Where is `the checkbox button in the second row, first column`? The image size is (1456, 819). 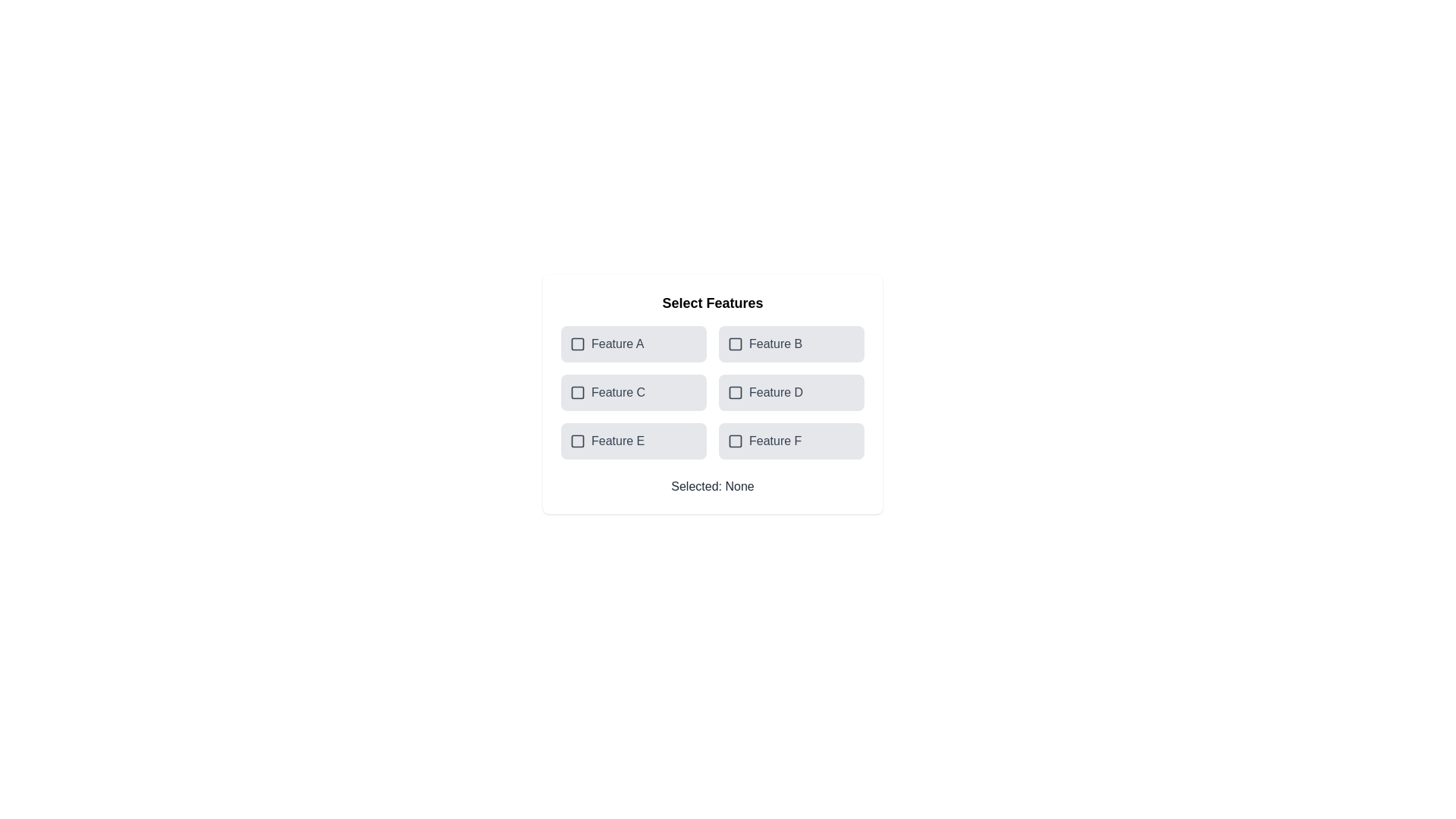 the checkbox button in the second row, first column is located at coordinates (633, 391).